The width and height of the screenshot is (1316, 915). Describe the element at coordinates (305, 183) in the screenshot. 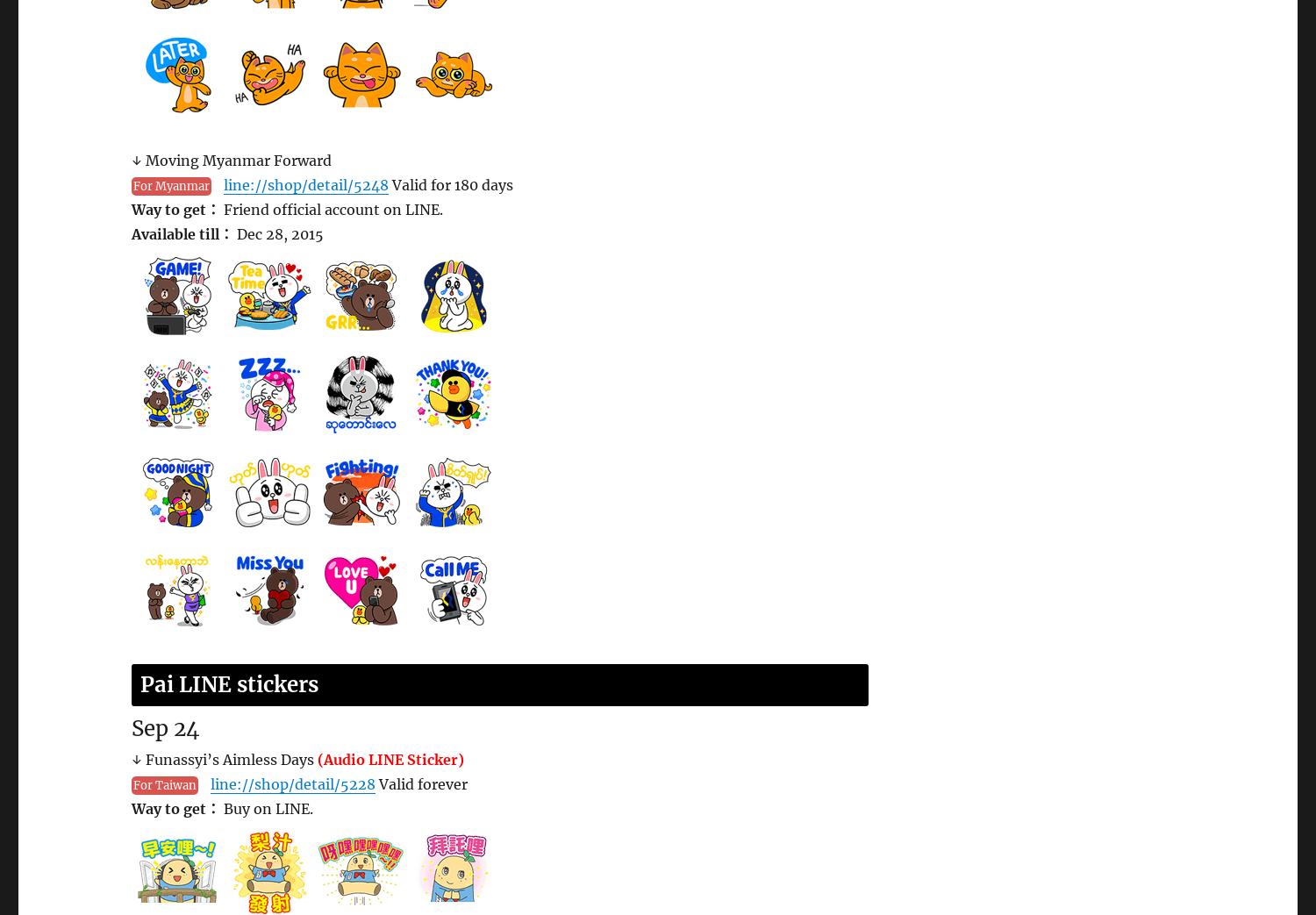

I see `'line://shop/detail/5248'` at that location.